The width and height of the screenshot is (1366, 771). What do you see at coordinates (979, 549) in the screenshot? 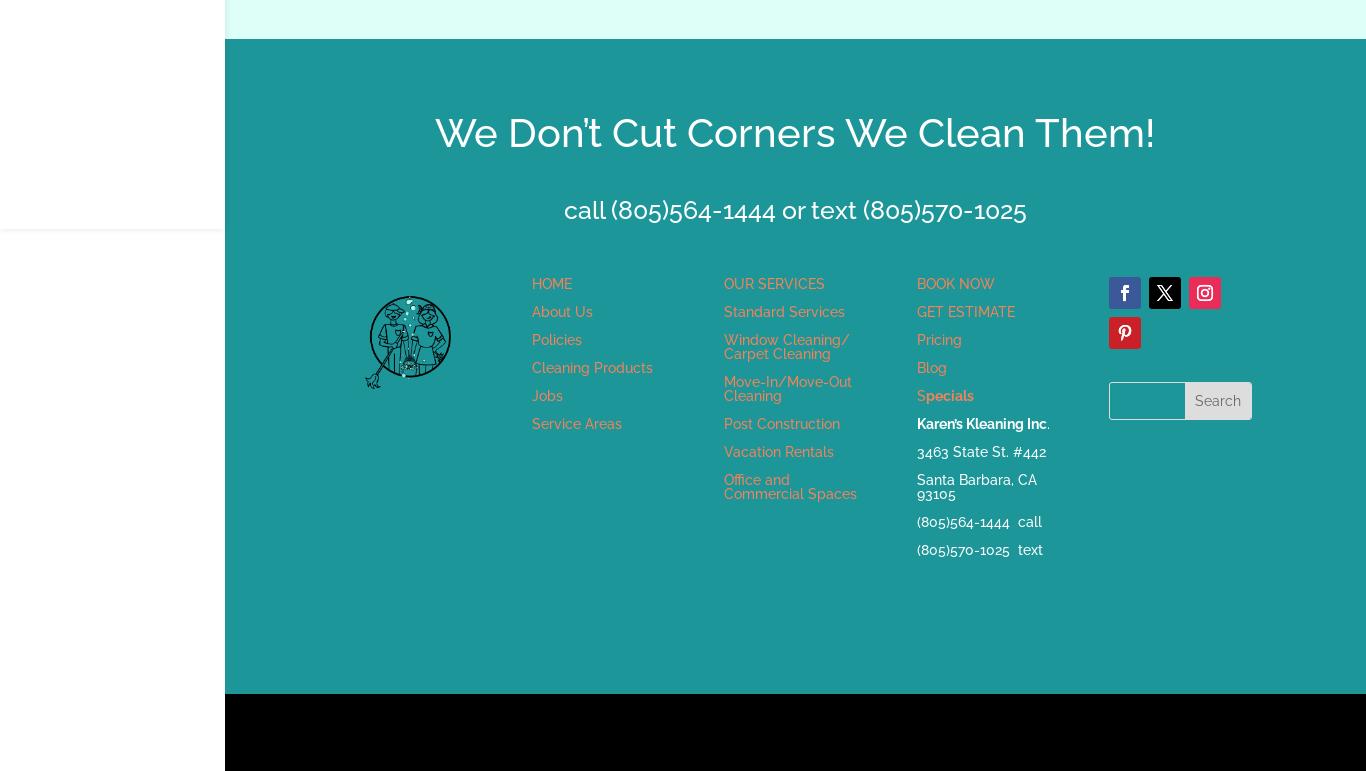
I see `'(805)570-1025  text'` at bounding box center [979, 549].